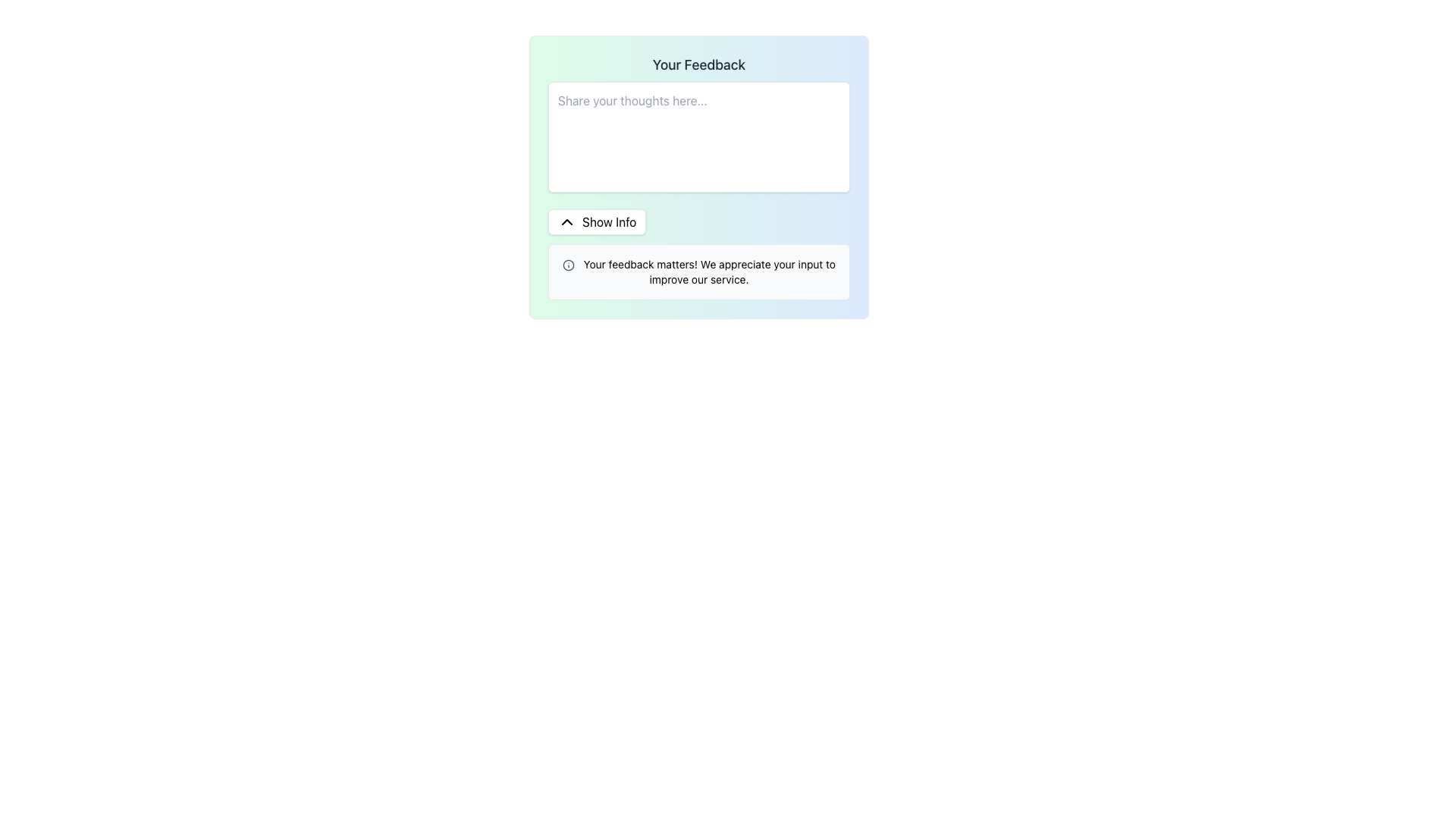 The height and width of the screenshot is (819, 1456). Describe the element at coordinates (567, 265) in the screenshot. I see `the Circle graphic located in the upper-right region of the feedback form interface, adjacent to the text block` at that location.